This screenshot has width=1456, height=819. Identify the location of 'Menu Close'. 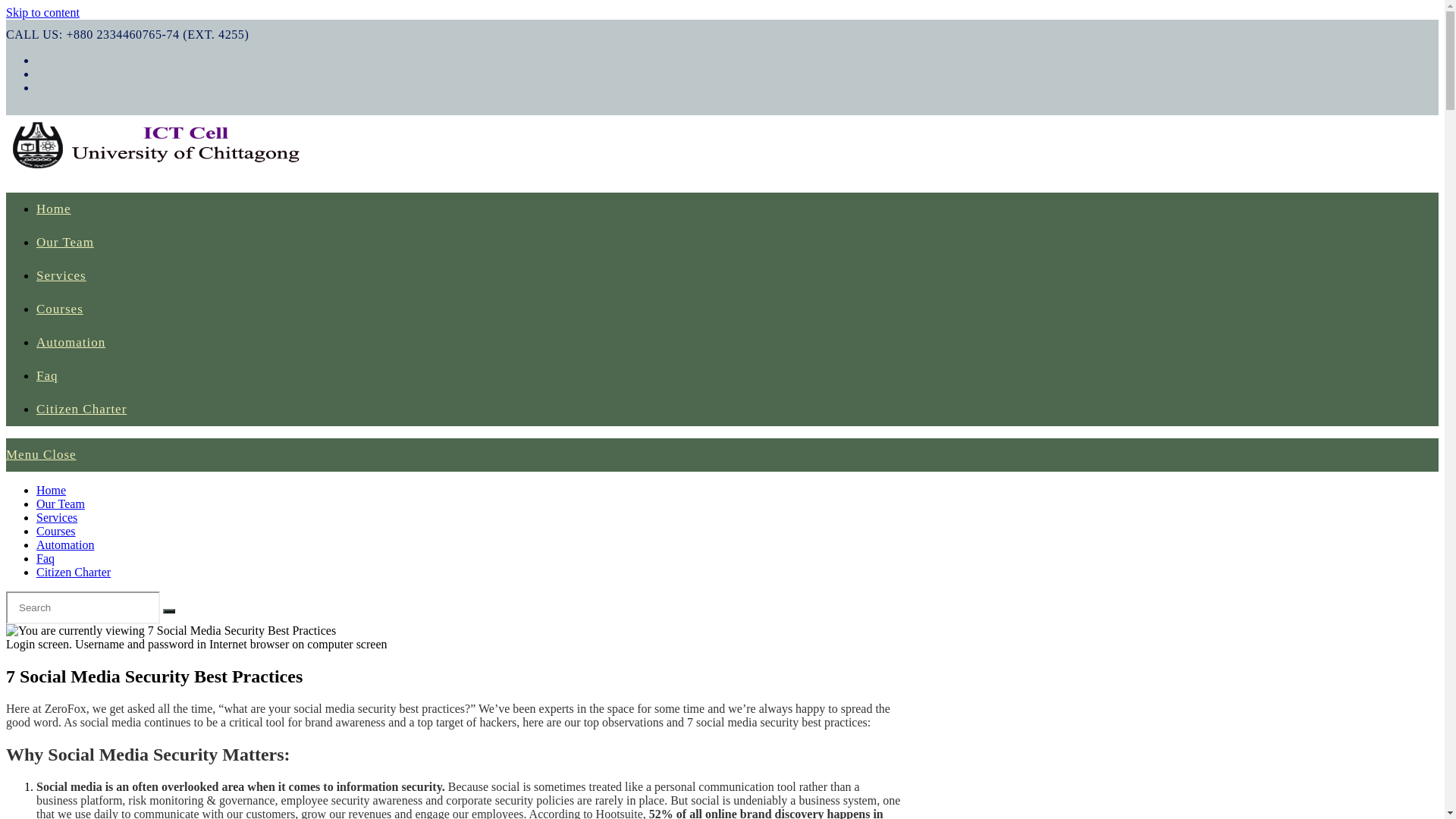
(41, 453).